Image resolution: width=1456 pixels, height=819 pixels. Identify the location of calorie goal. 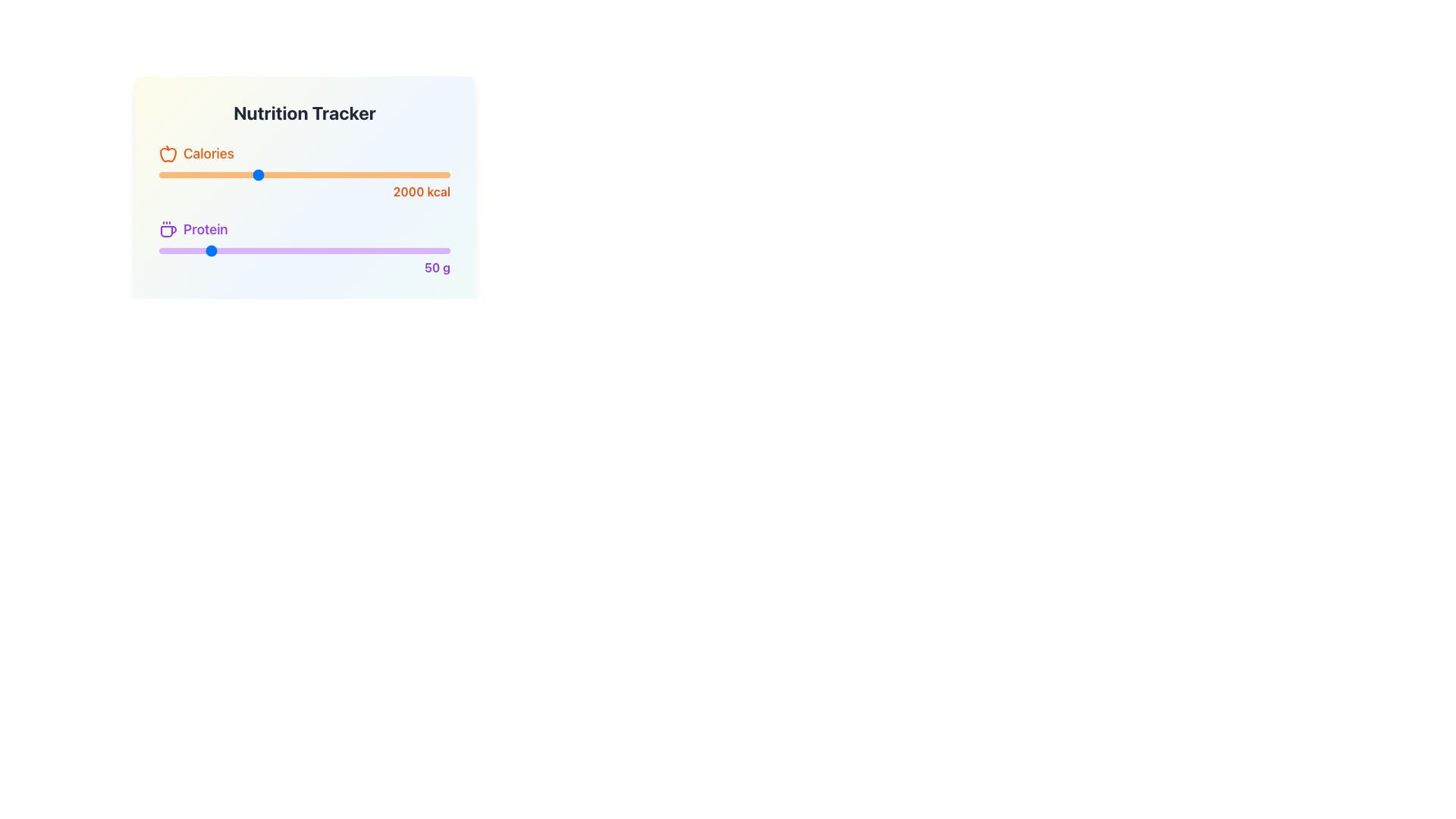
(253, 174).